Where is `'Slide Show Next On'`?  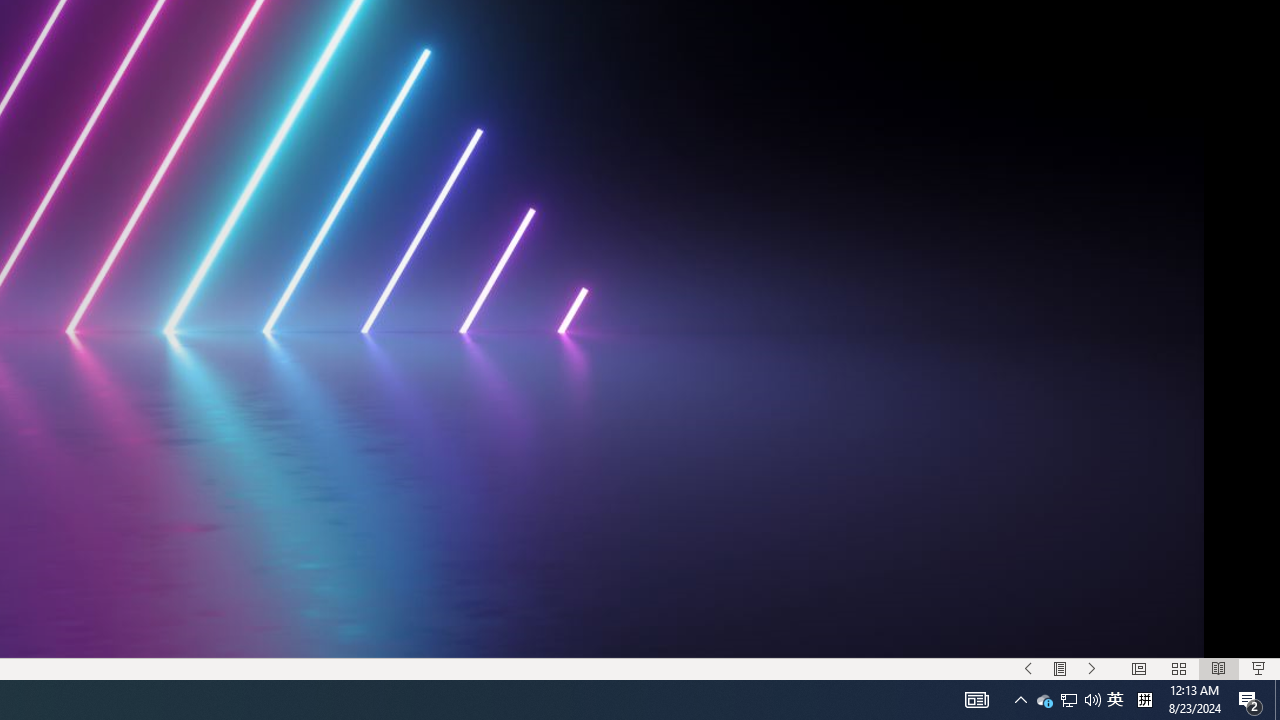 'Slide Show Next On' is located at coordinates (1091, 669).